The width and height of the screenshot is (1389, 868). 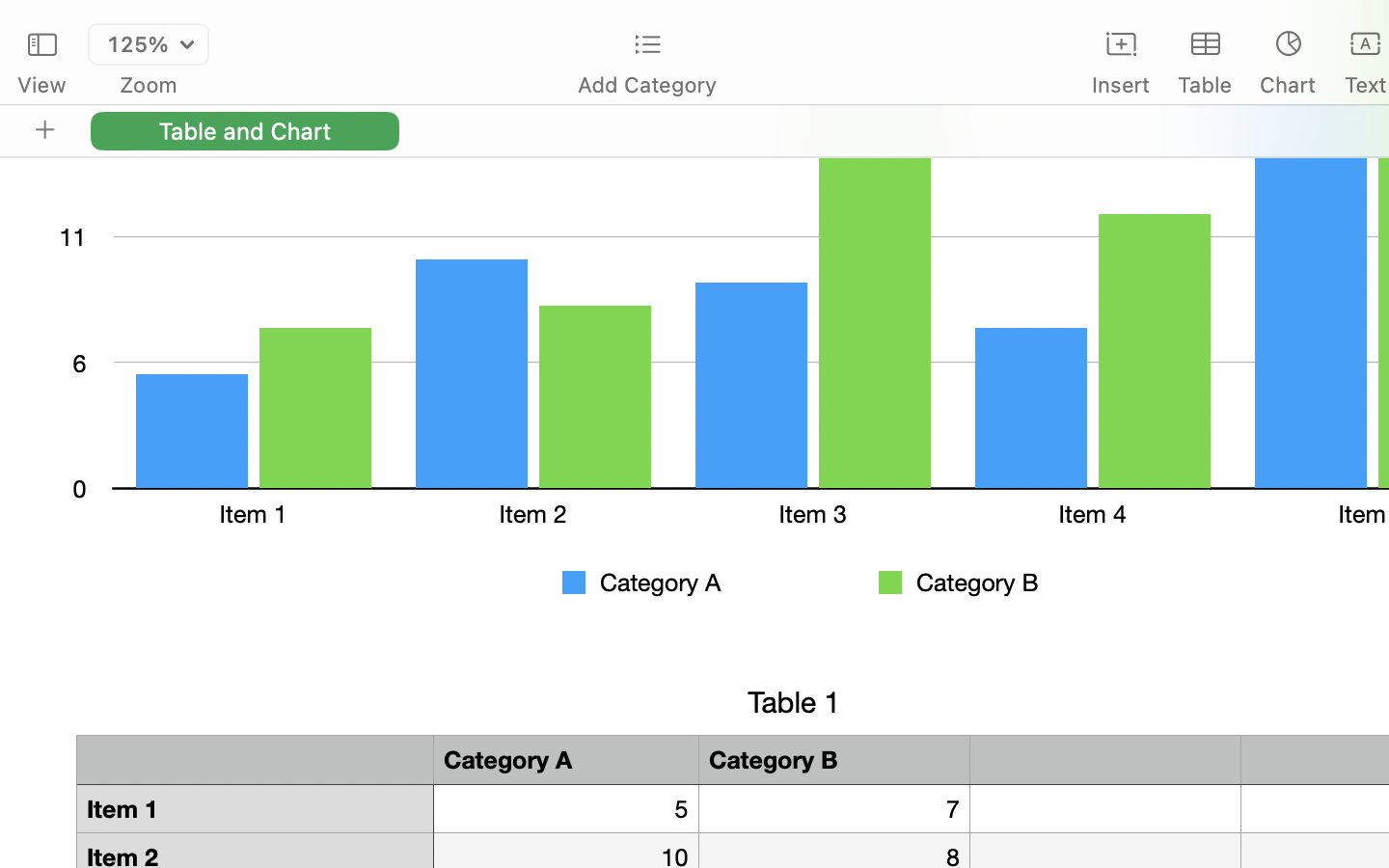 I want to click on 'Add Category', so click(x=646, y=84).